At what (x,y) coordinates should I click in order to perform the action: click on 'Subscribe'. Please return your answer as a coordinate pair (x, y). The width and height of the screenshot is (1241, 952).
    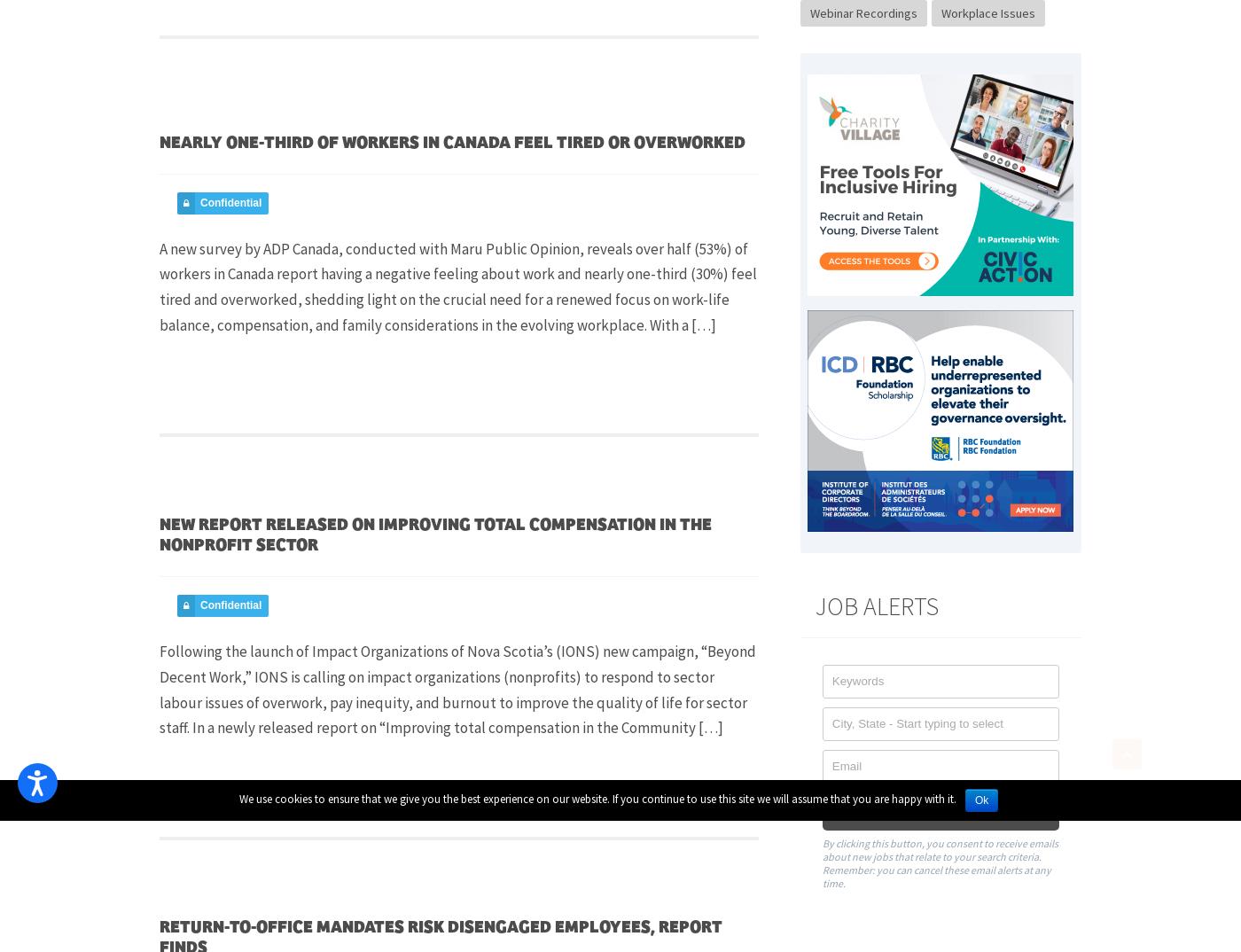
    Looking at the image, I should click on (905, 812).